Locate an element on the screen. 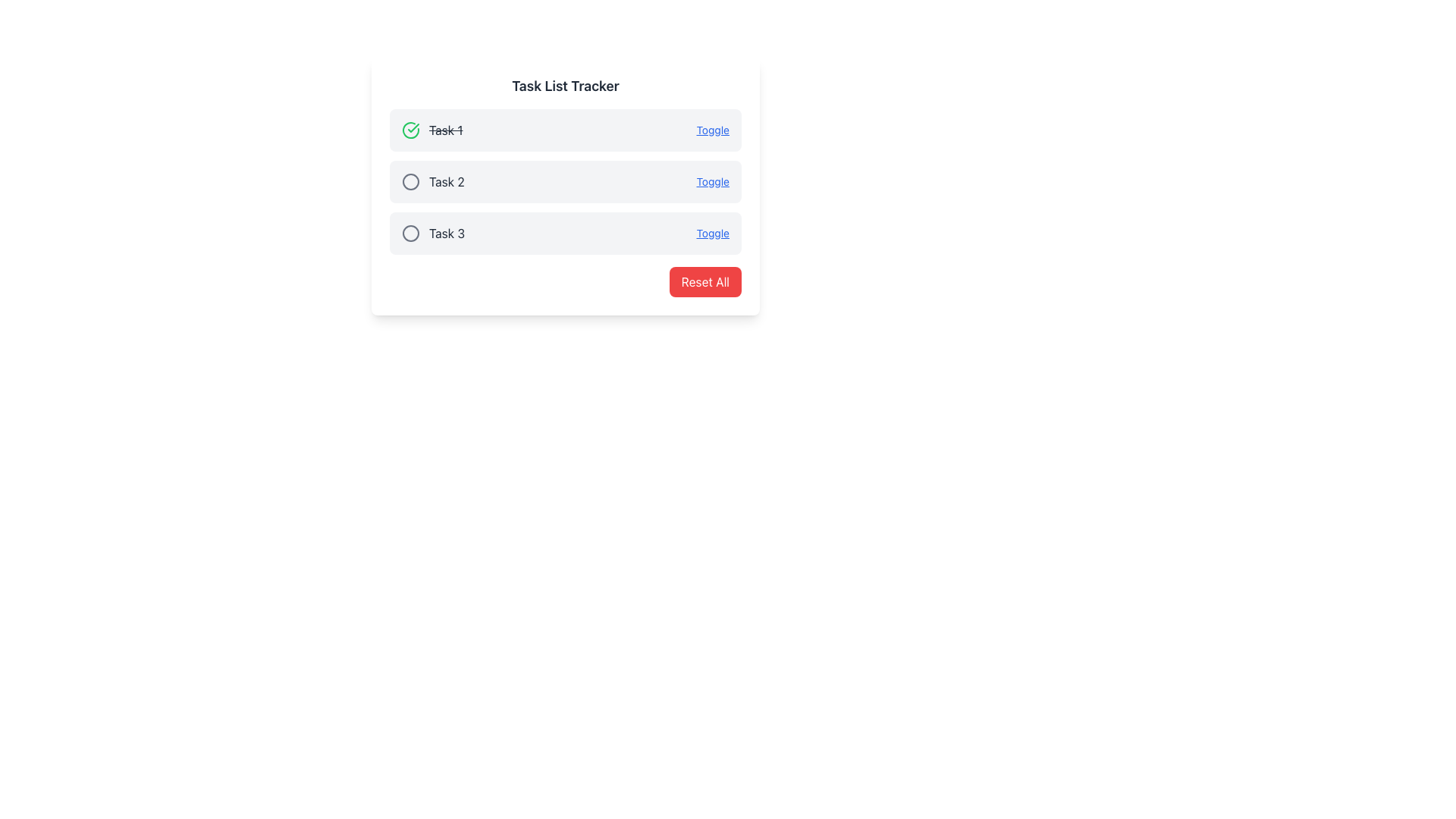 Image resolution: width=1456 pixels, height=819 pixels. the hyperlink located in the top-right corner of the second task item is located at coordinates (712, 180).